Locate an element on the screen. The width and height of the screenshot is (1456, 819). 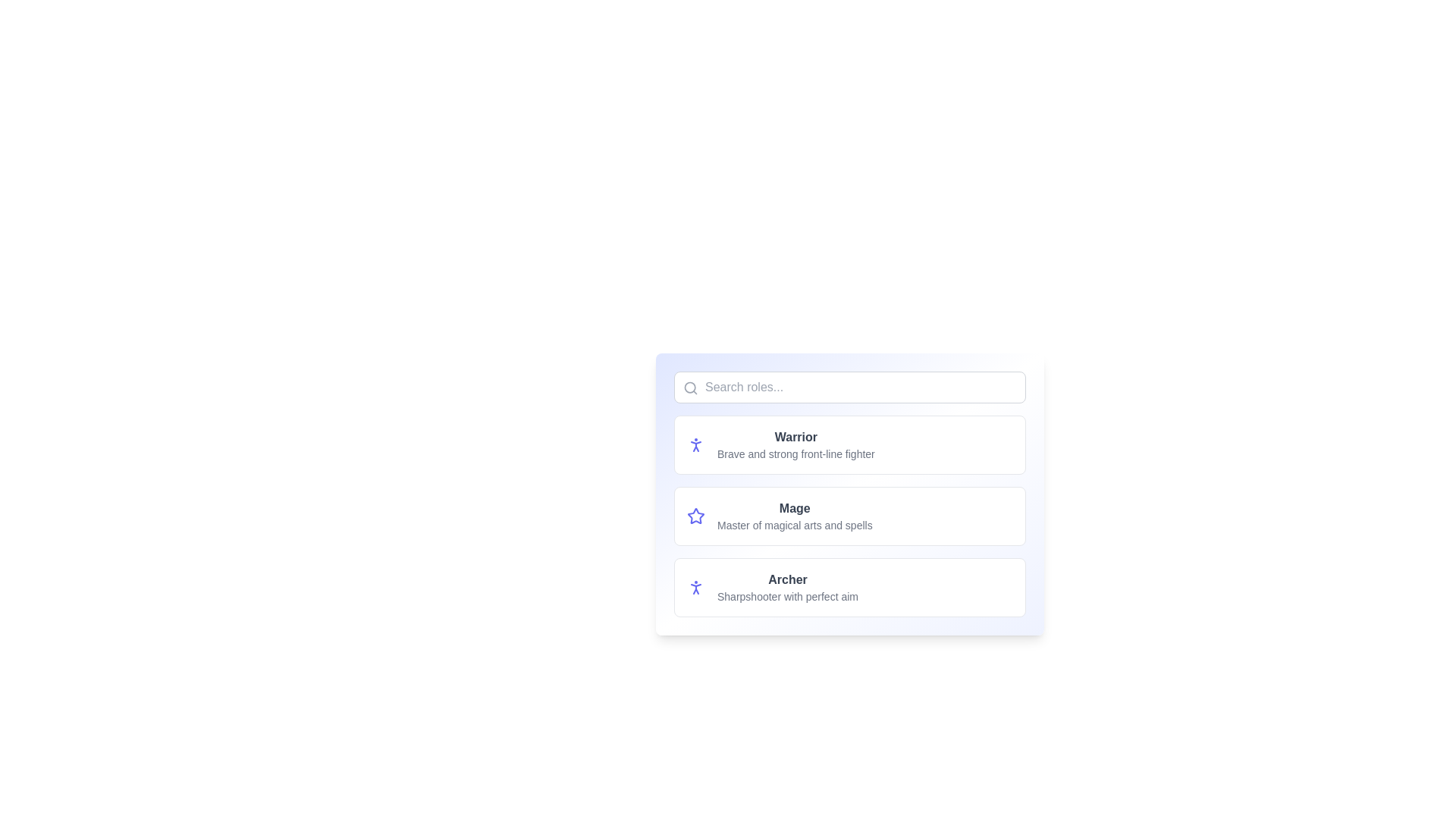
the 'Warrior' role icon located in the topmost section of the roles list, adjacent to the 'Warrior' text and description is located at coordinates (695, 444).